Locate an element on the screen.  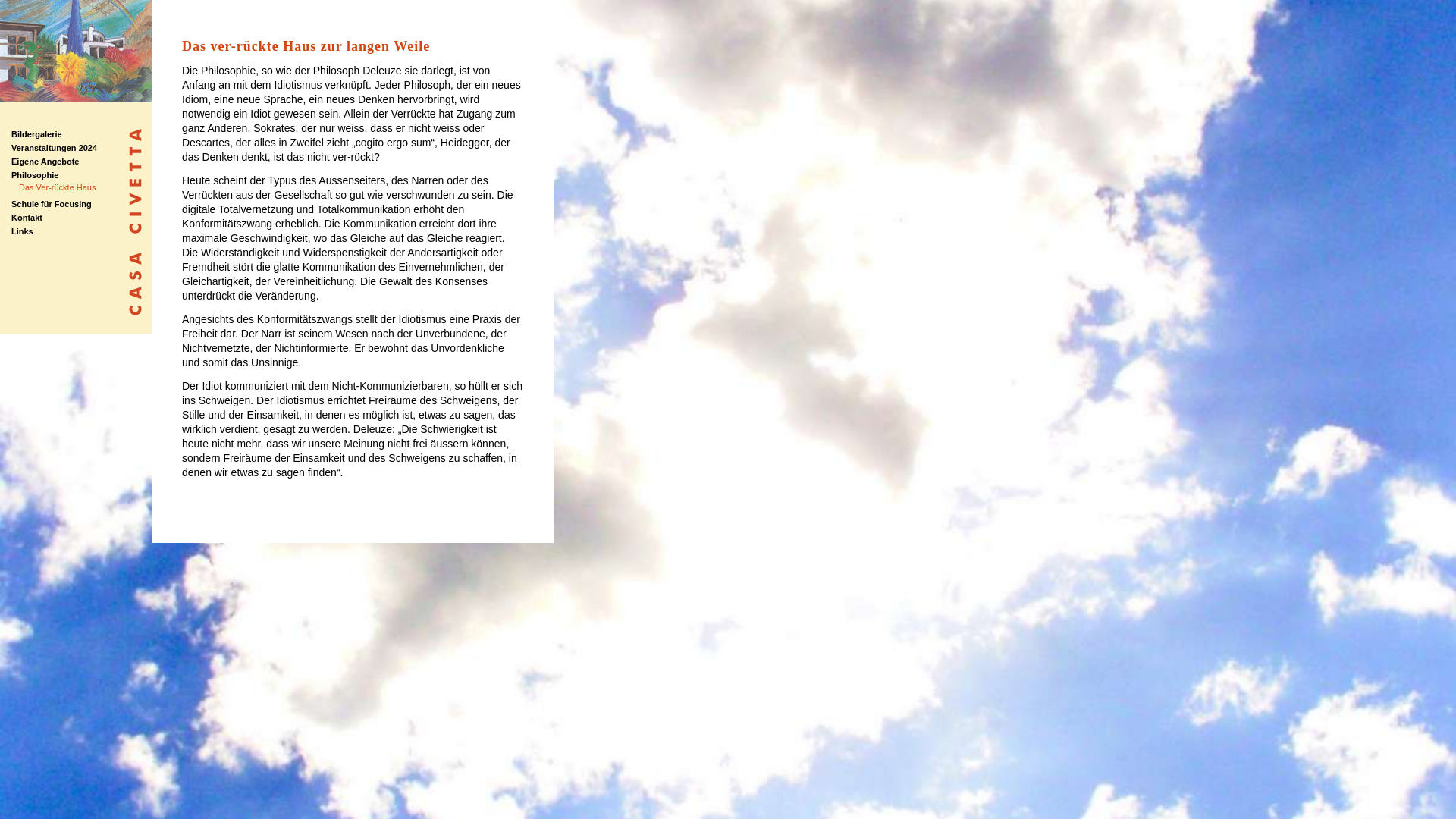
'Eigene Angebote' is located at coordinates (45, 161).